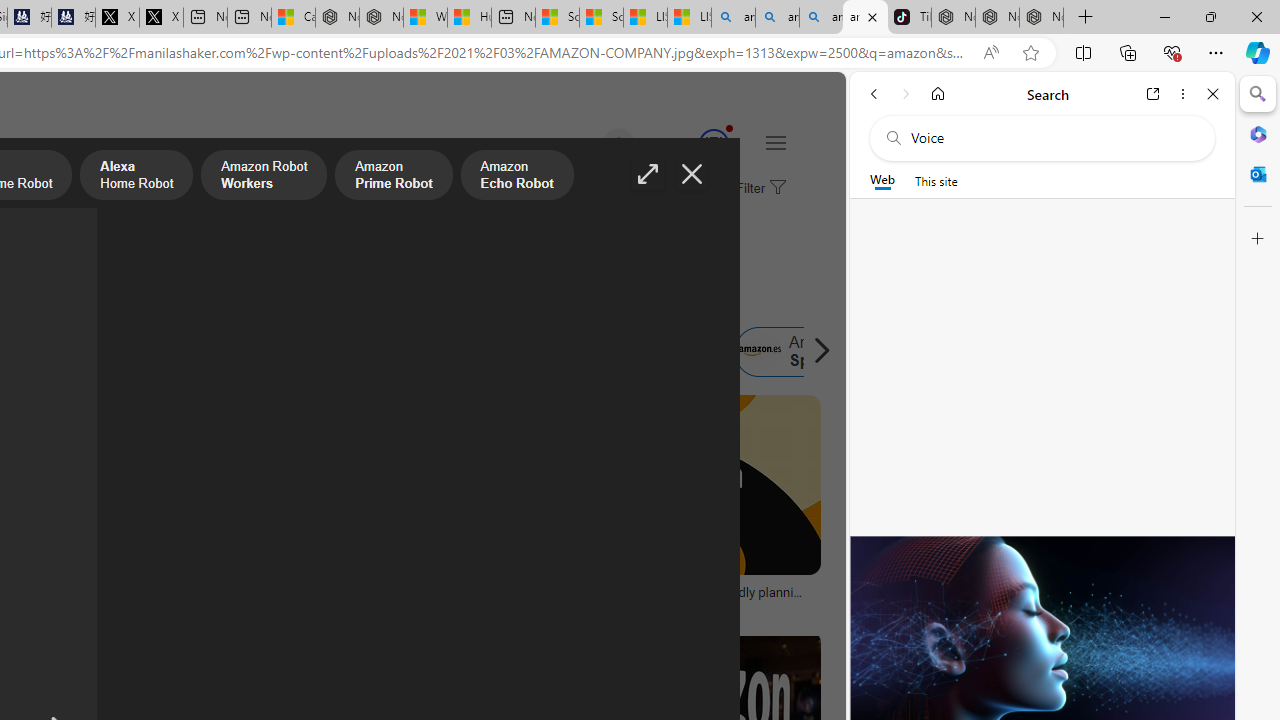 This screenshot has width=1280, height=720. Describe the element at coordinates (1257, 238) in the screenshot. I see `'Customize'` at that location.